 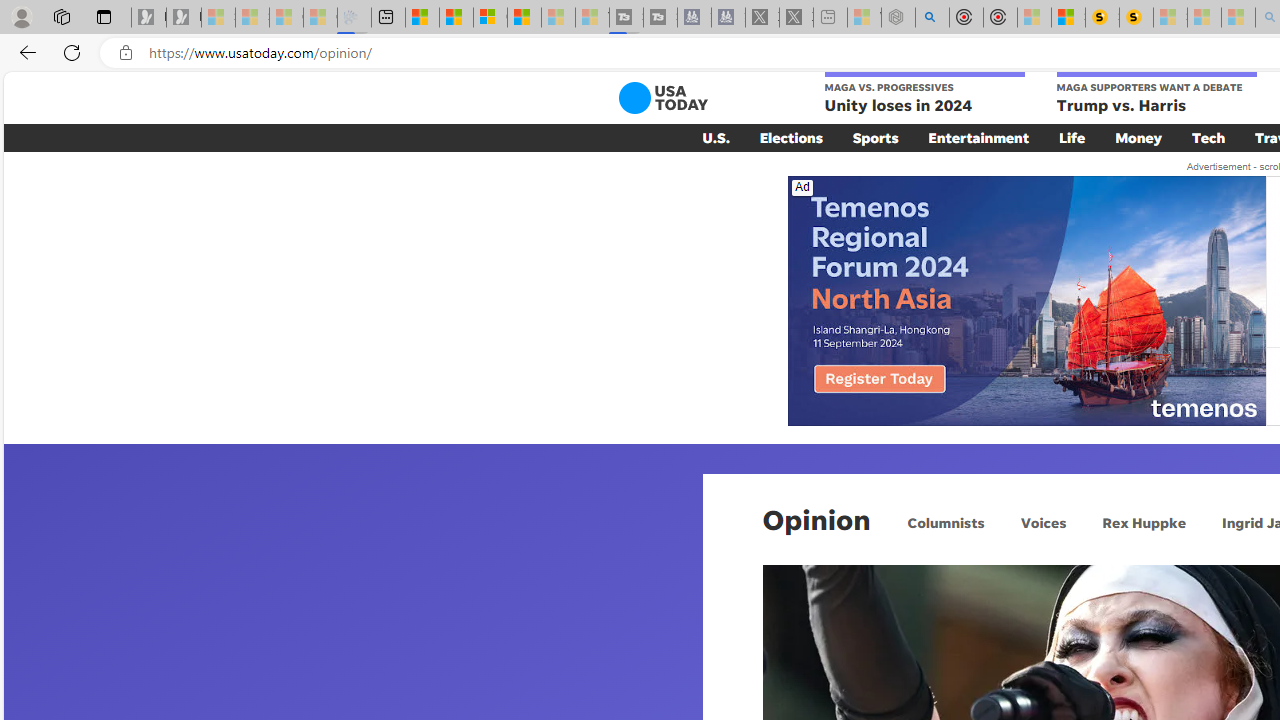 What do you see at coordinates (1138, 136) in the screenshot?
I see `'Money'` at bounding box center [1138, 136].